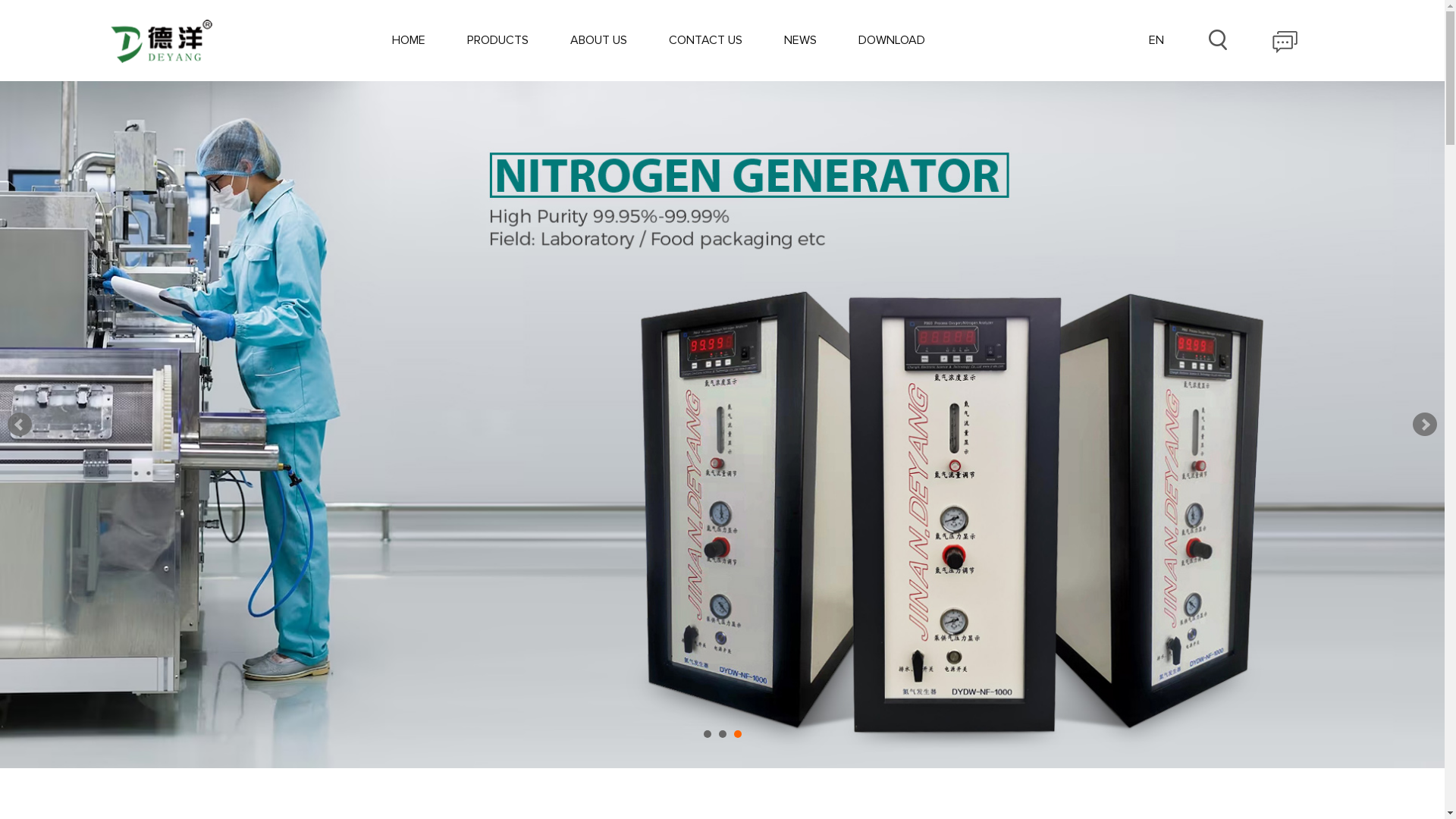  I want to click on '1', so click(706, 733).